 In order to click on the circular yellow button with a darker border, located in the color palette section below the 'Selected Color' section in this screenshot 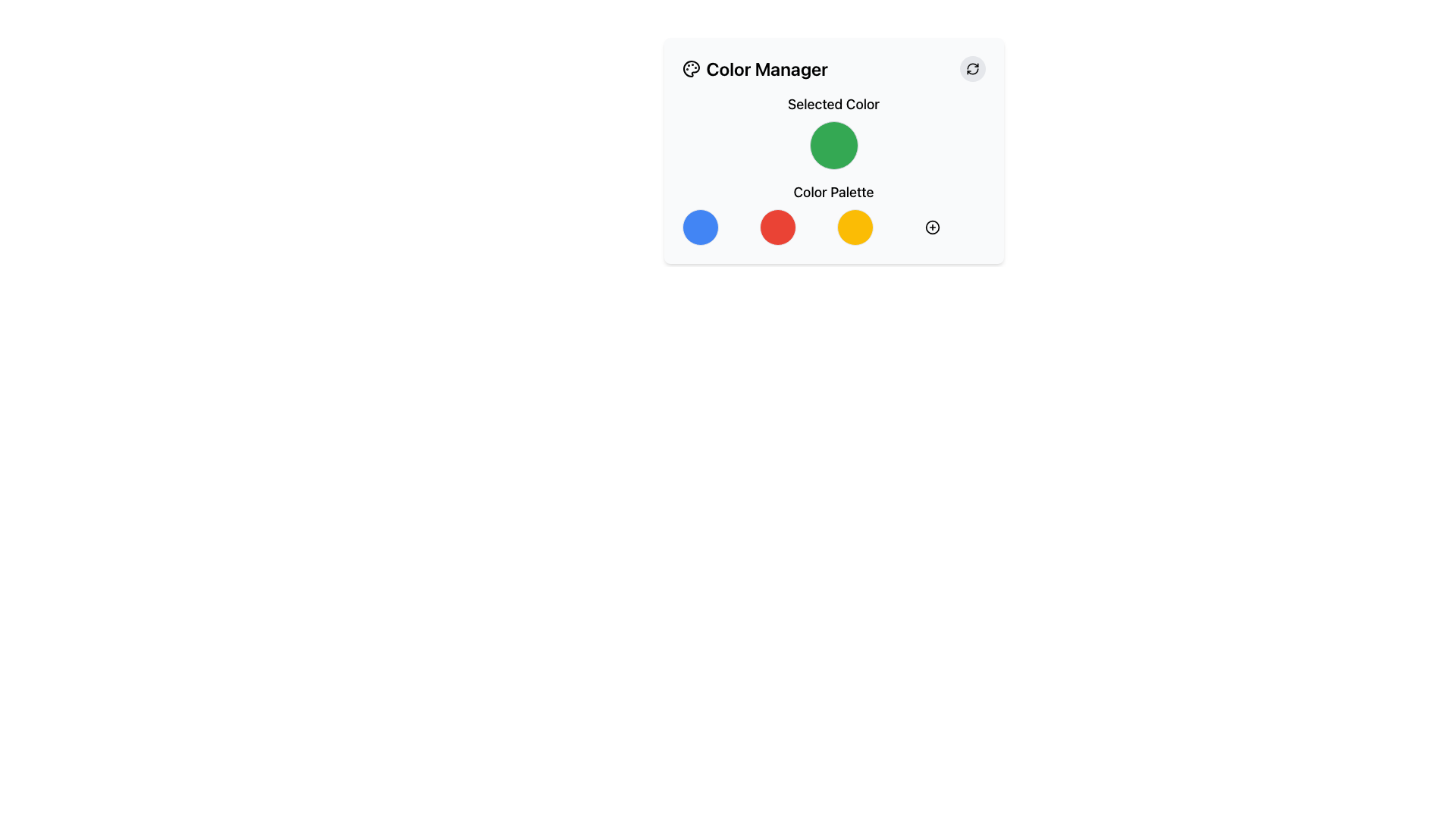, I will do `click(855, 227)`.